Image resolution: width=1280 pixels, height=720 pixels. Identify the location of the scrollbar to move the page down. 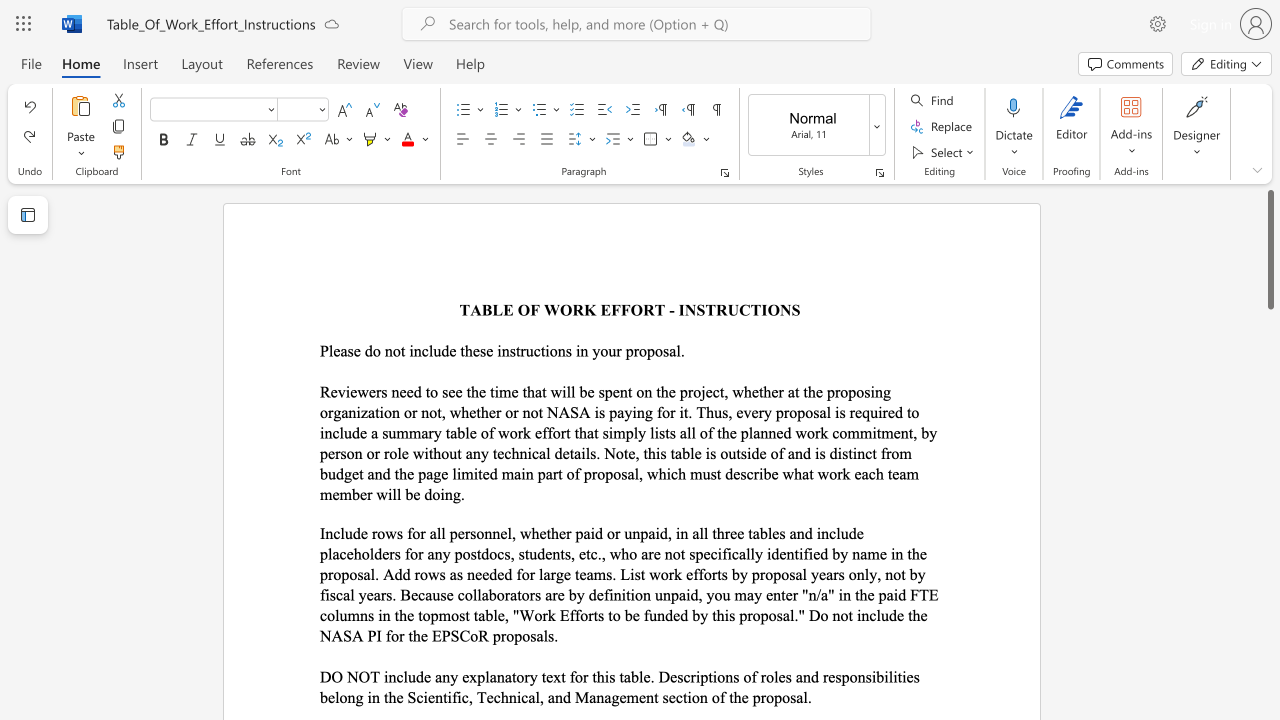
(1269, 390).